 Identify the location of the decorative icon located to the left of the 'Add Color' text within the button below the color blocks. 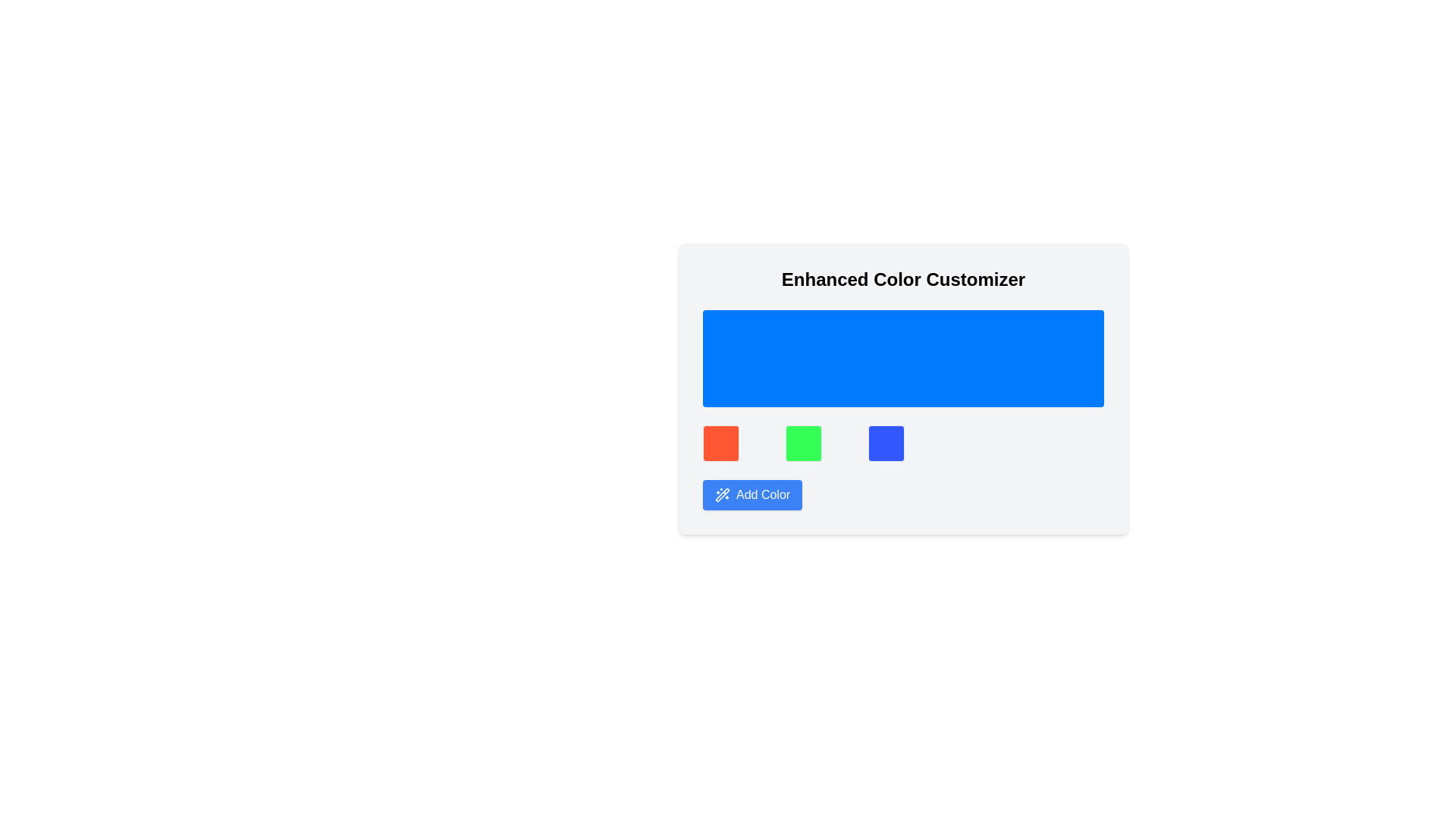
(722, 494).